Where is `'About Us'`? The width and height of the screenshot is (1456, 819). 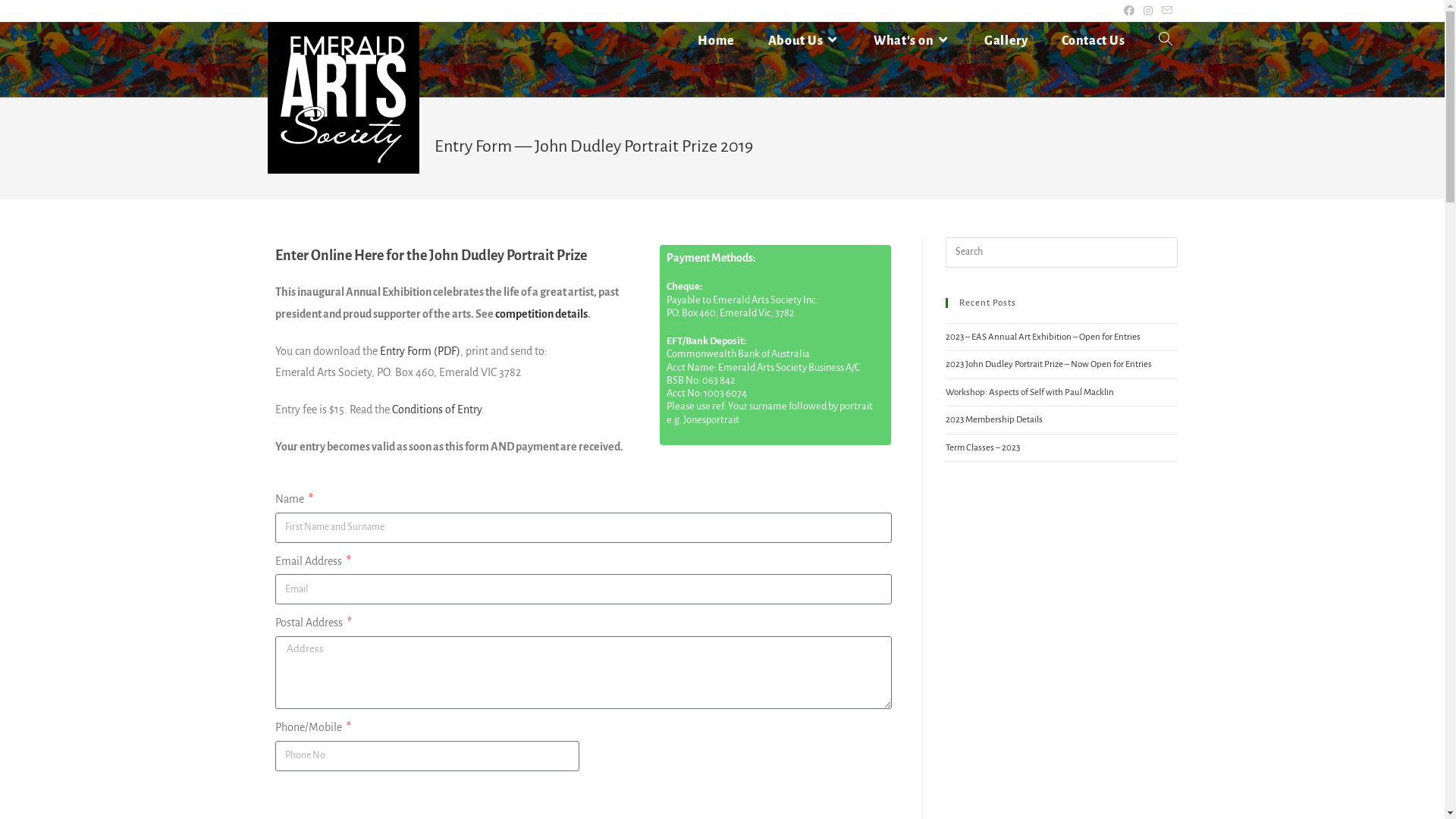 'About Us' is located at coordinates (803, 40).